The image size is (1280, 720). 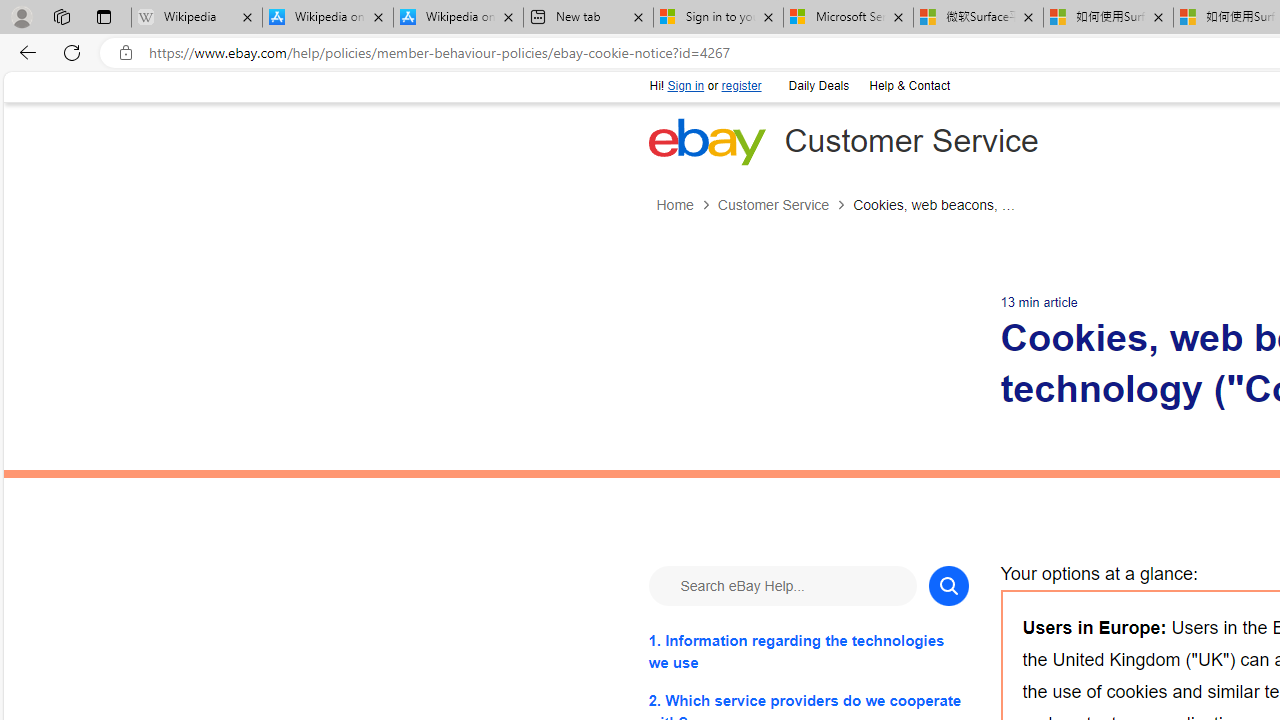 What do you see at coordinates (740, 85) in the screenshot?
I see `'register'` at bounding box center [740, 85].